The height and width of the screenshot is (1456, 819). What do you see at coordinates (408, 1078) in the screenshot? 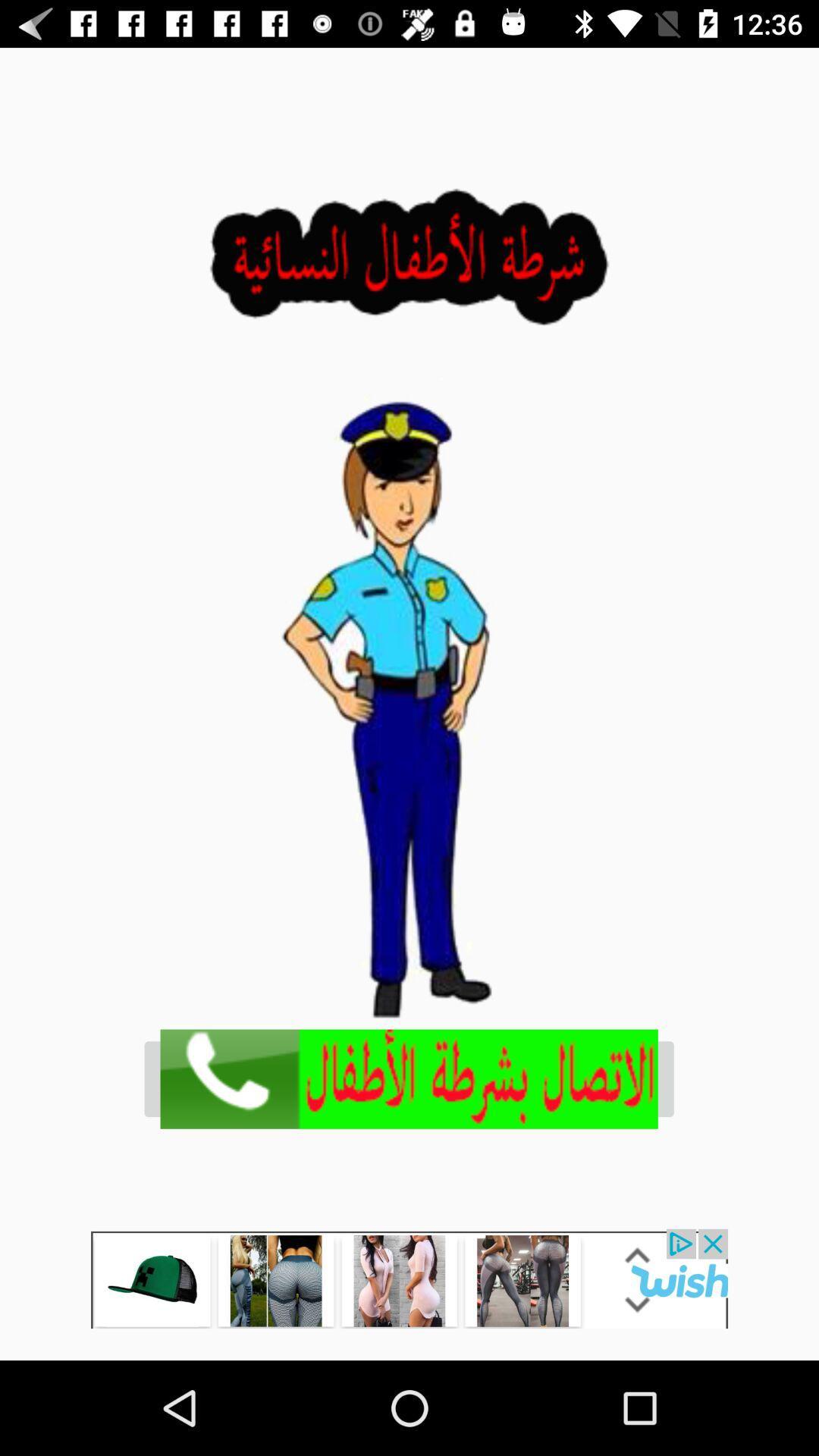
I see `call` at bounding box center [408, 1078].